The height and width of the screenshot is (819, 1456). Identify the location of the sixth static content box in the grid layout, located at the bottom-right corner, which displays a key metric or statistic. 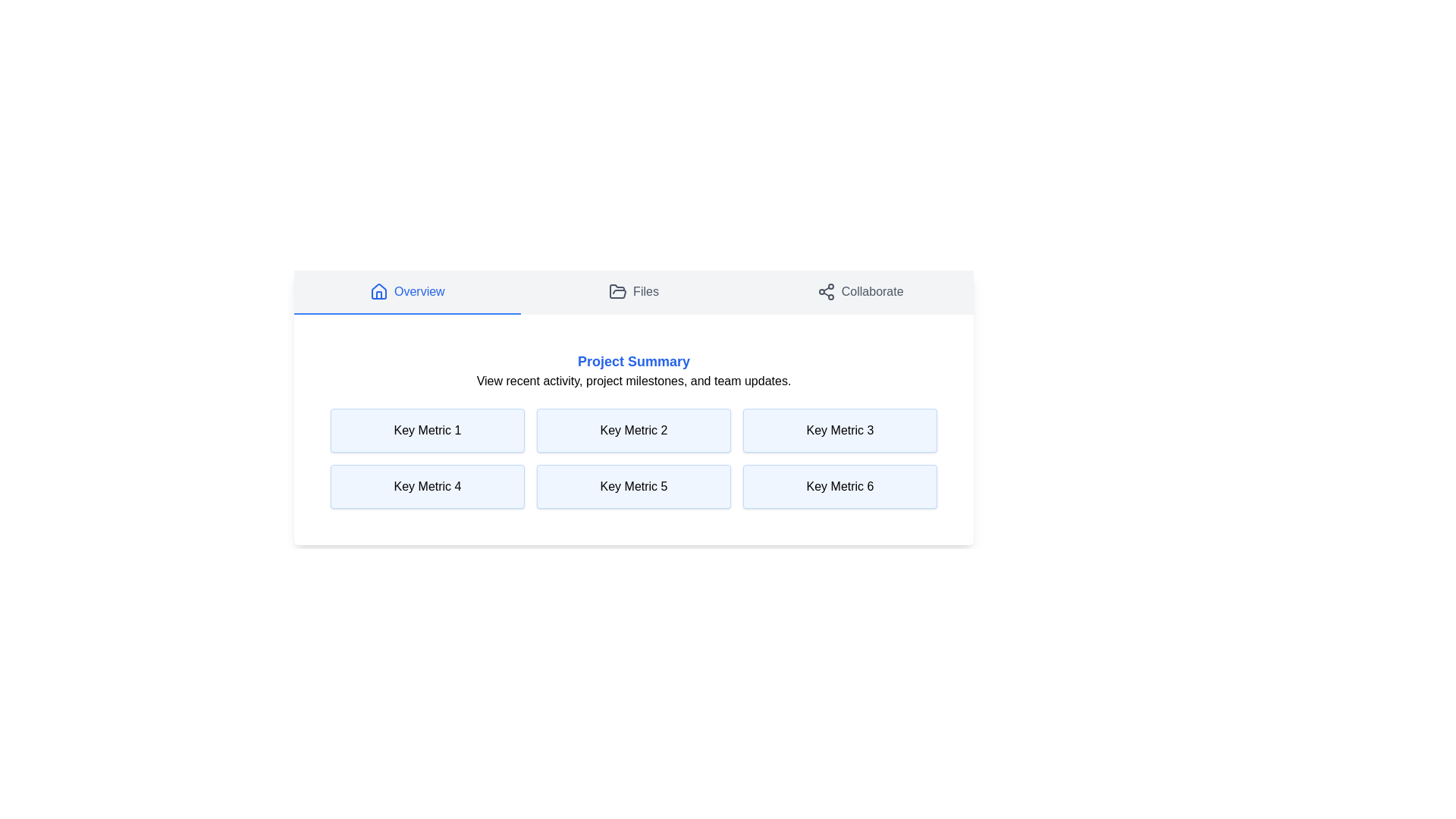
(839, 486).